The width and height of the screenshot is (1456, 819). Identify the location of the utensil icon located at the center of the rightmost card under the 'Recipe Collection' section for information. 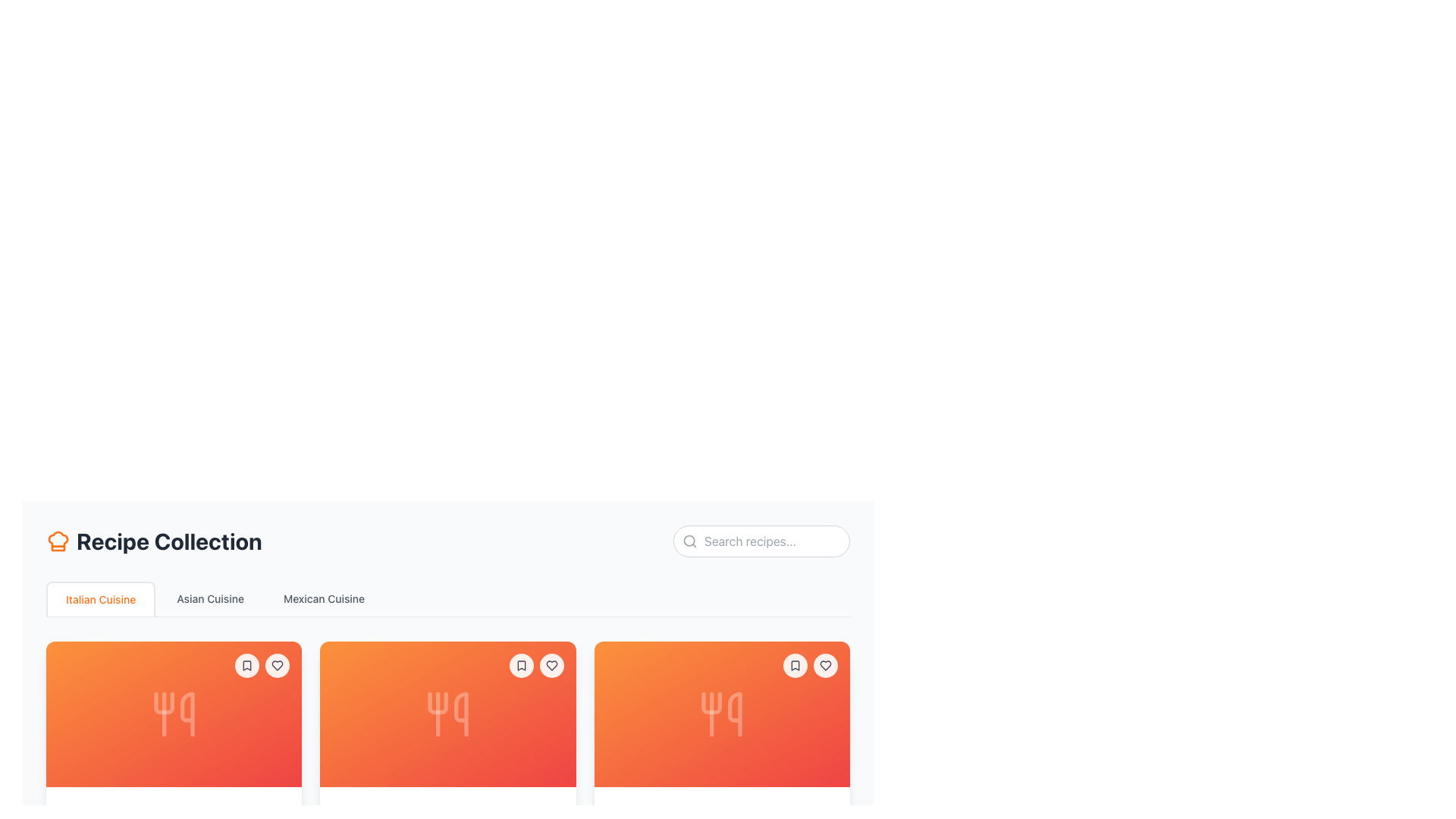
(721, 714).